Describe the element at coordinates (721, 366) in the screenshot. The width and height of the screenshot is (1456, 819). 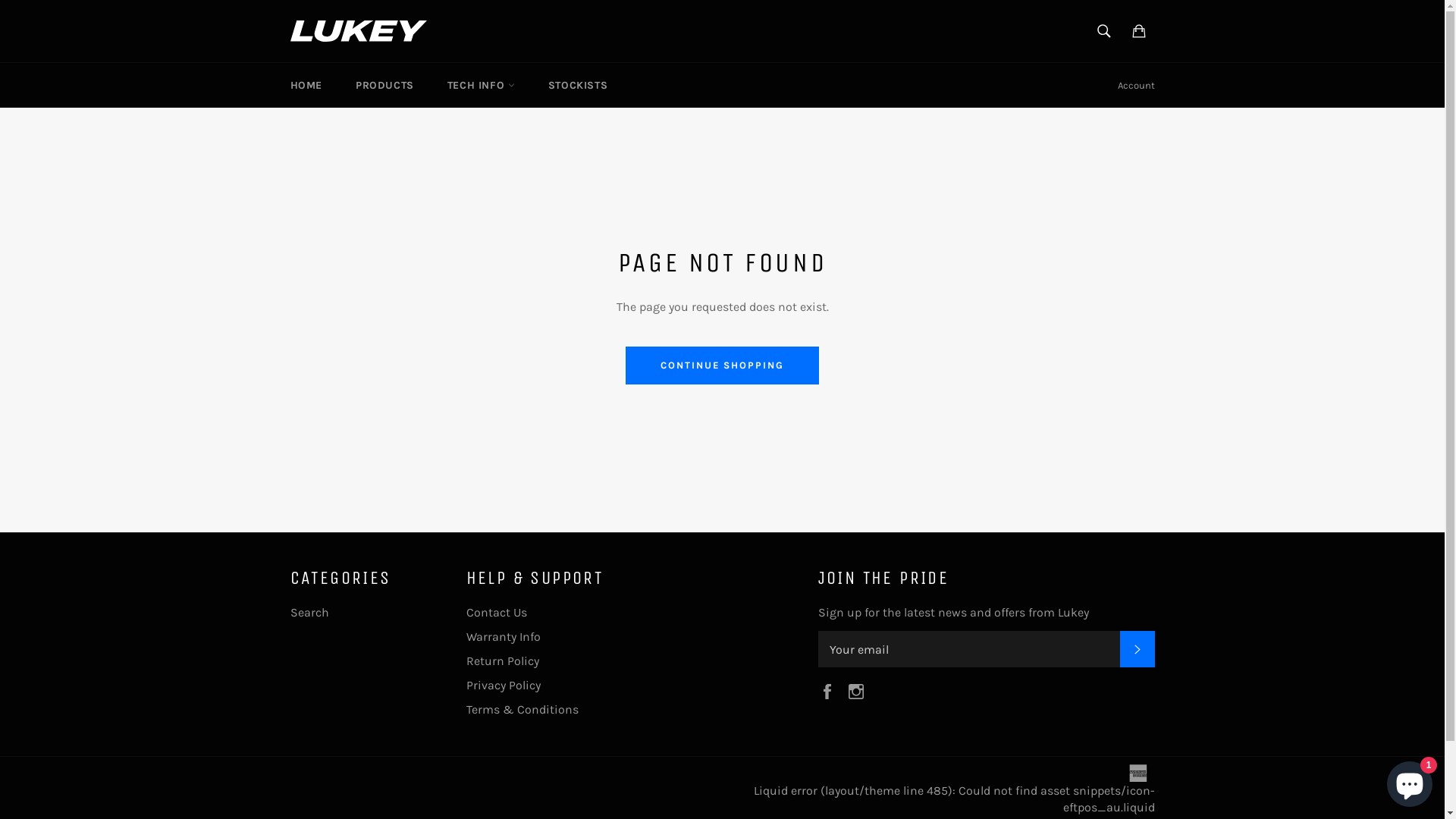
I see `'CONTINUE SHOPPING'` at that location.